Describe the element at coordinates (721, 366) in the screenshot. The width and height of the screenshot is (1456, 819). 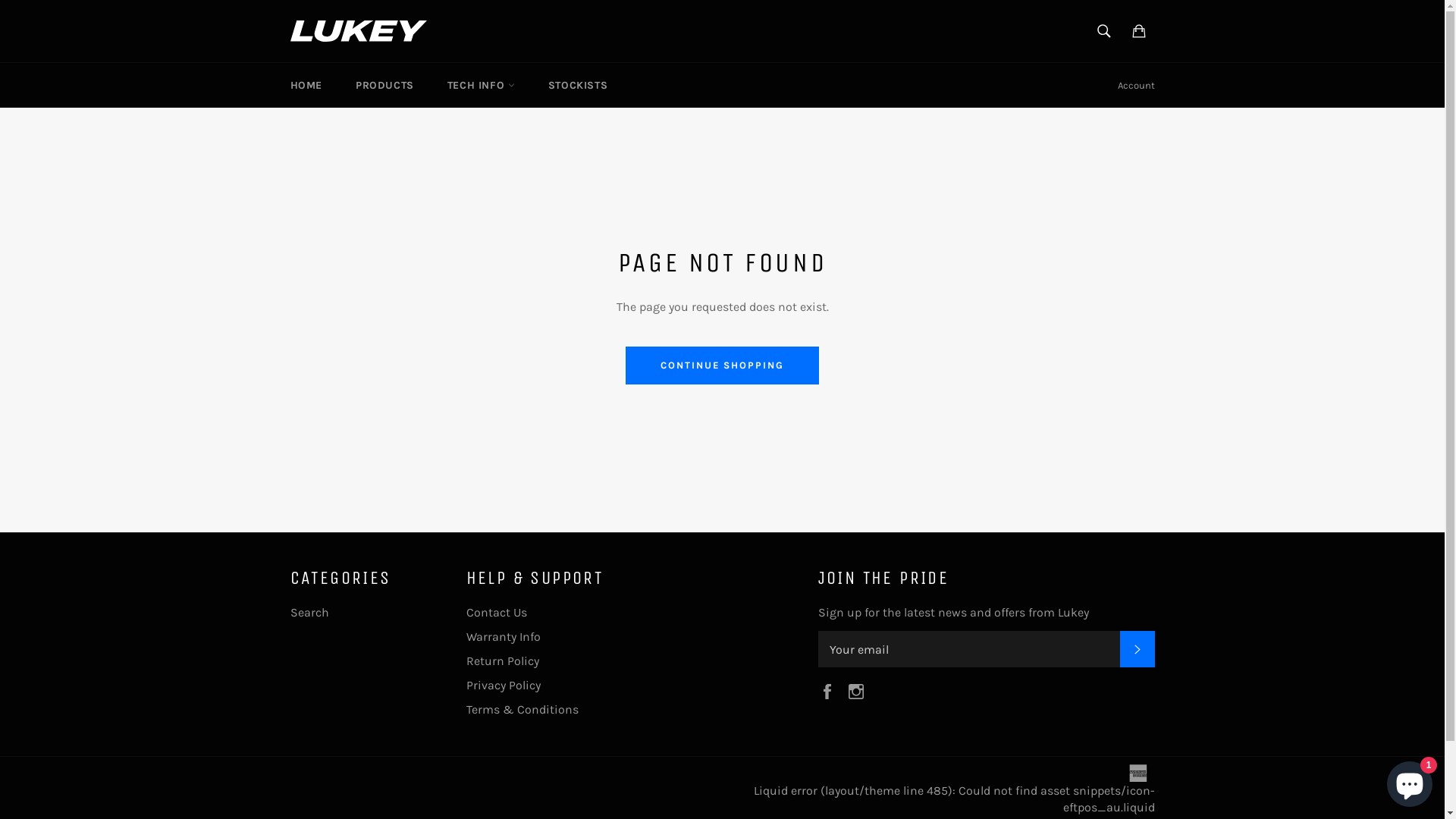
I see `'CONTINUE SHOPPING'` at that location.